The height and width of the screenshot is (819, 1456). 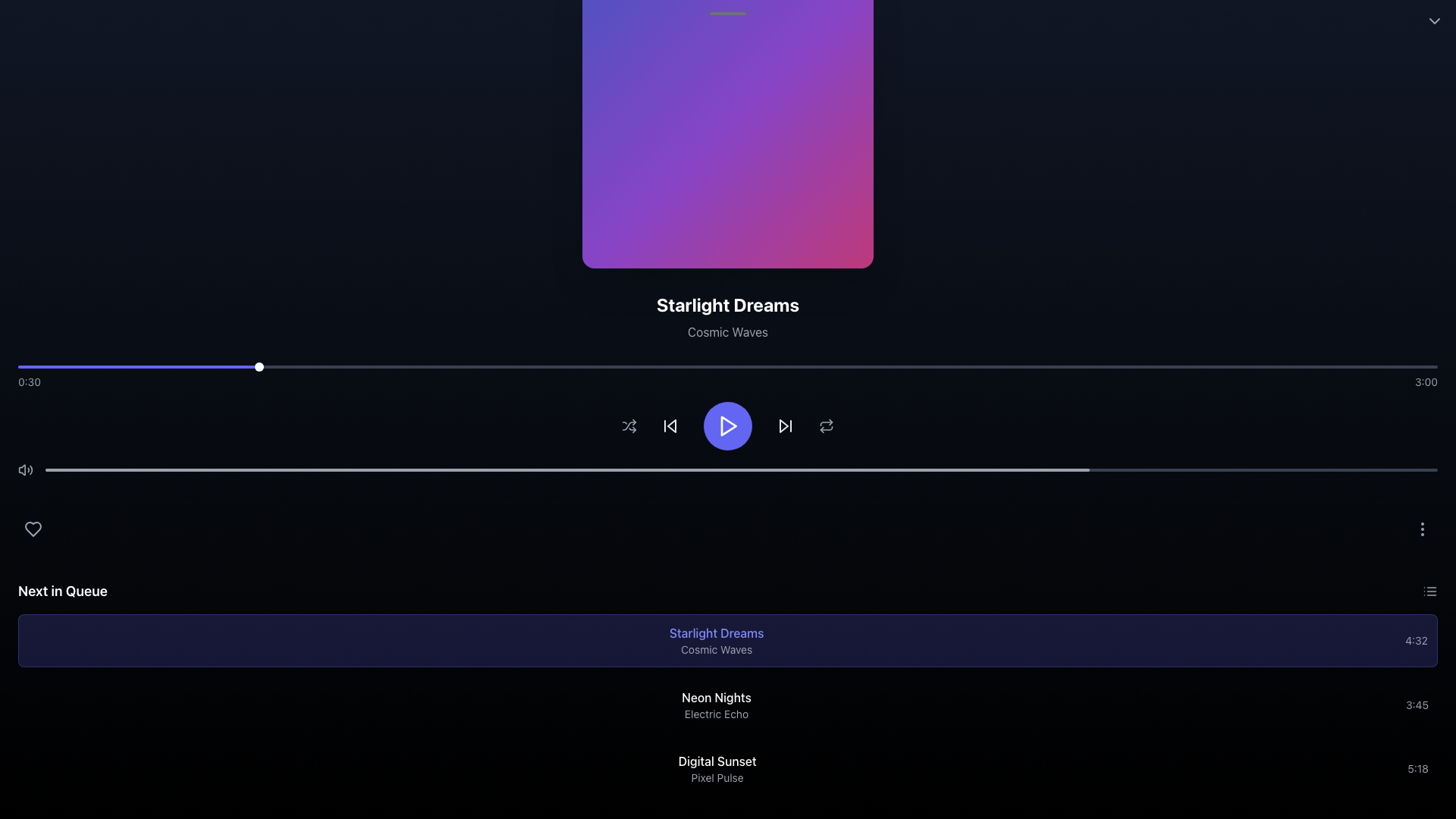 What do you see at coordinates (786, 426) in the screenshot?
I see `the triangular arrow button styled in light gray that skips forward in the control bar, located between the play button and repeat control icon` at bounding box center [786, 426].